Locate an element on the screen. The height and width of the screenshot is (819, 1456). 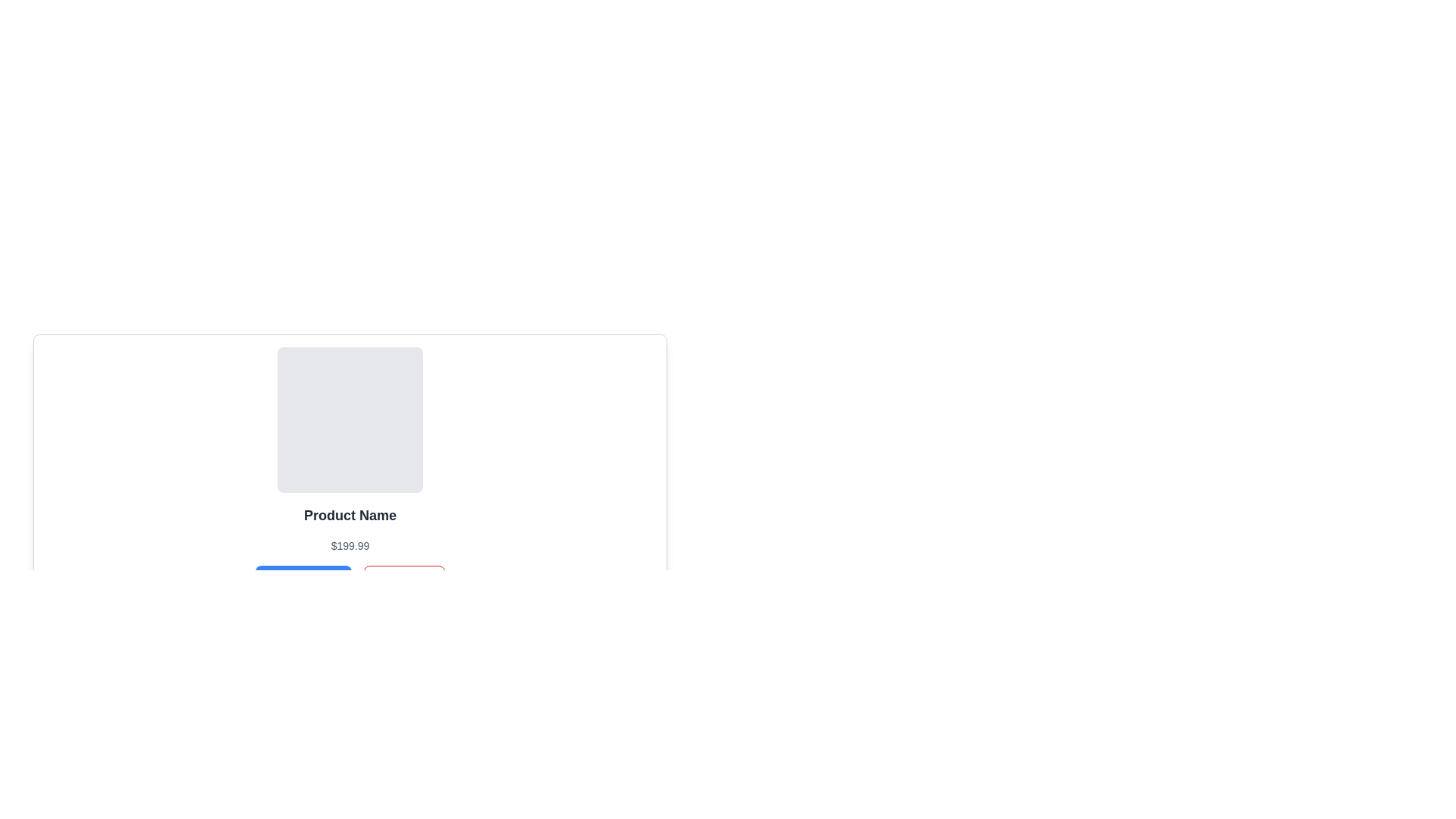
the button located at the center-bottom of the interface is located at coordinates (303, 579).